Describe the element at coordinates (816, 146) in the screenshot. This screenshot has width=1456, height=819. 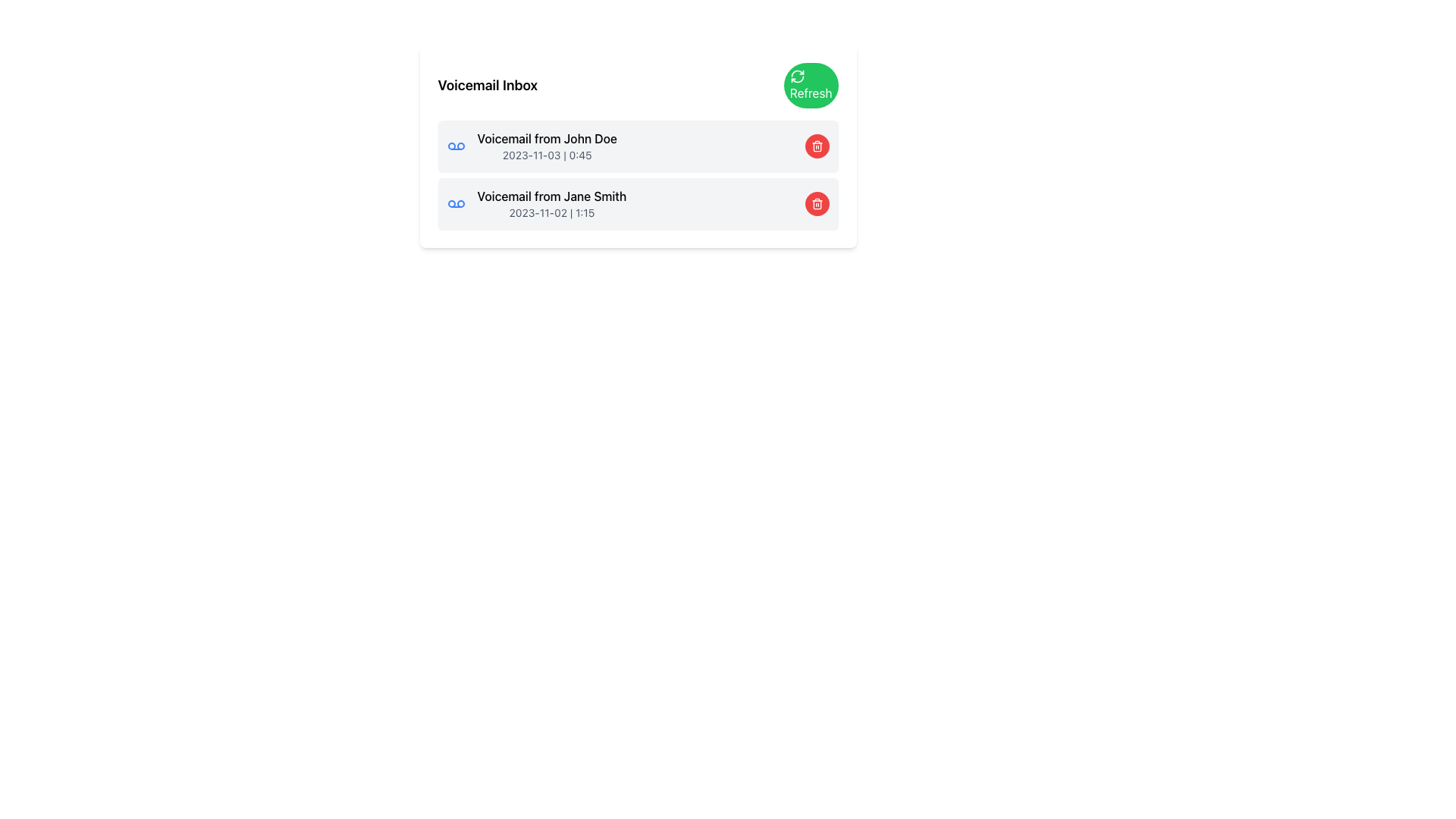
I see `the circular red button with a white trash can icon` at that location.